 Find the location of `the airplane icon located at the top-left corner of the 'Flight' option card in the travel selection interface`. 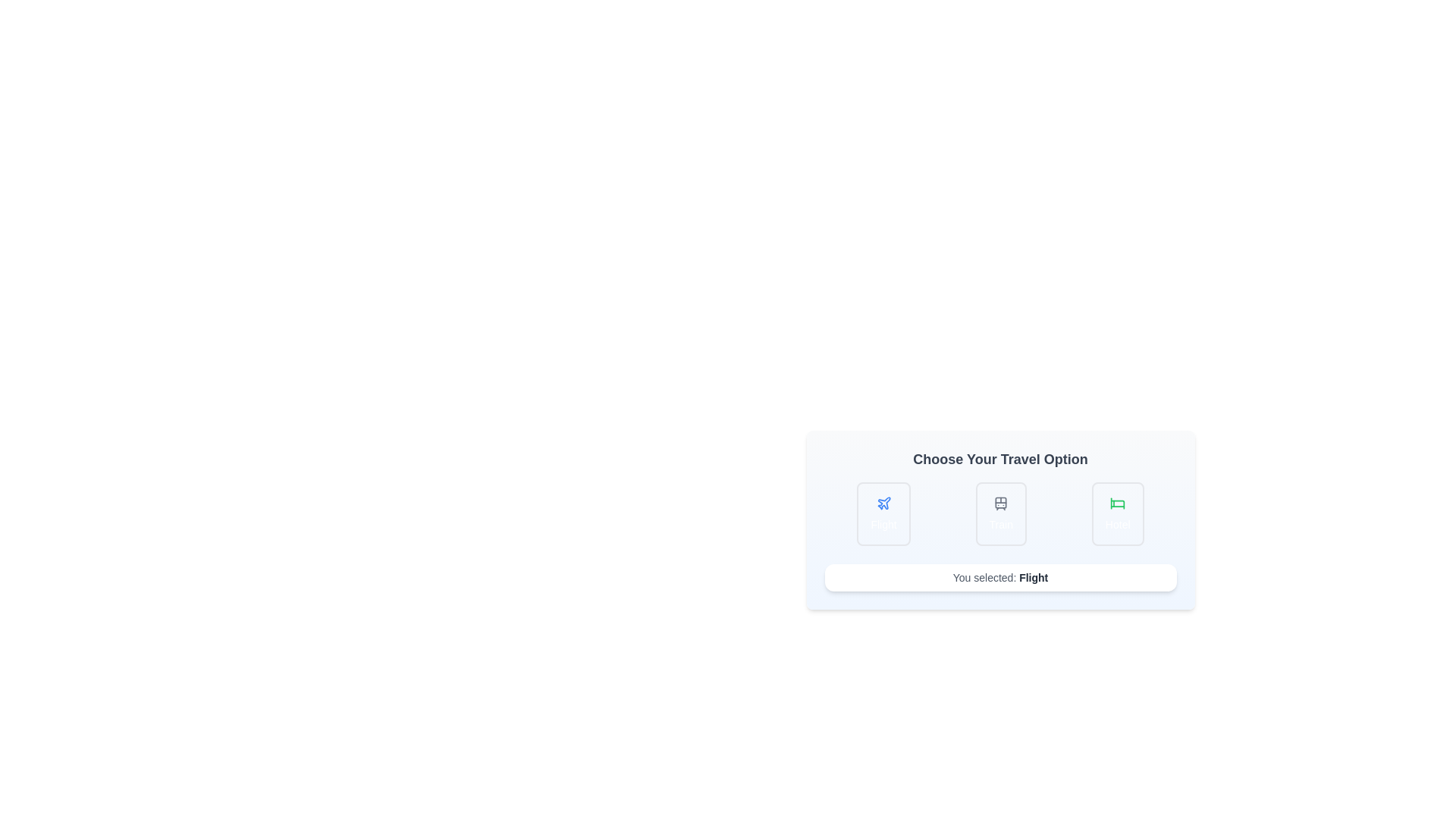

the airplane icon located at the top-left corner of the 'Flight' option card in the travel selection interface is located at coordinates (883, 503).